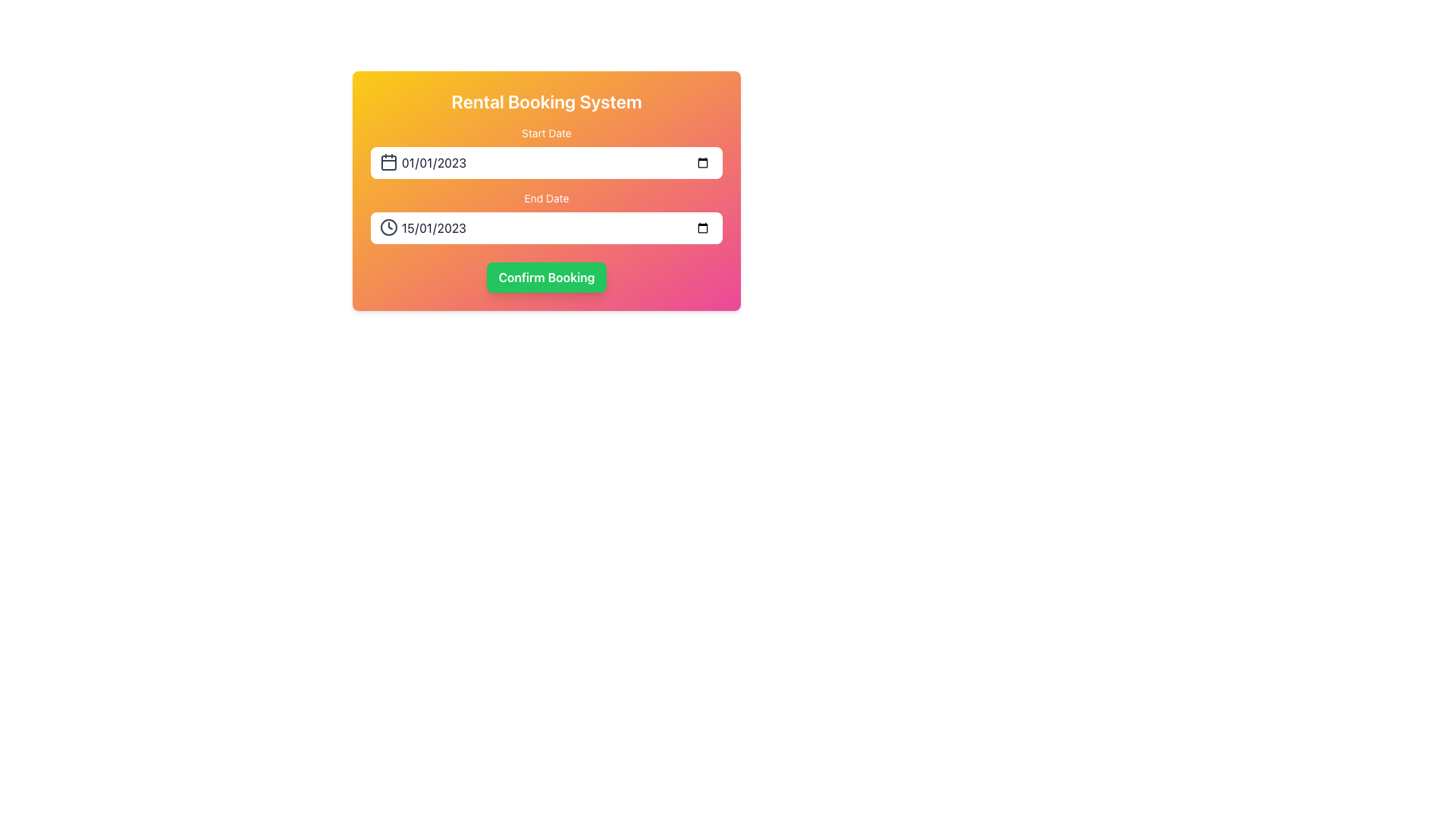 Image resolution: width=1456 pixels, height=819 pixels. I want to click on the clock icon located at the left inside the 'End Date' input field of the second date selection row, so click(389, 227).